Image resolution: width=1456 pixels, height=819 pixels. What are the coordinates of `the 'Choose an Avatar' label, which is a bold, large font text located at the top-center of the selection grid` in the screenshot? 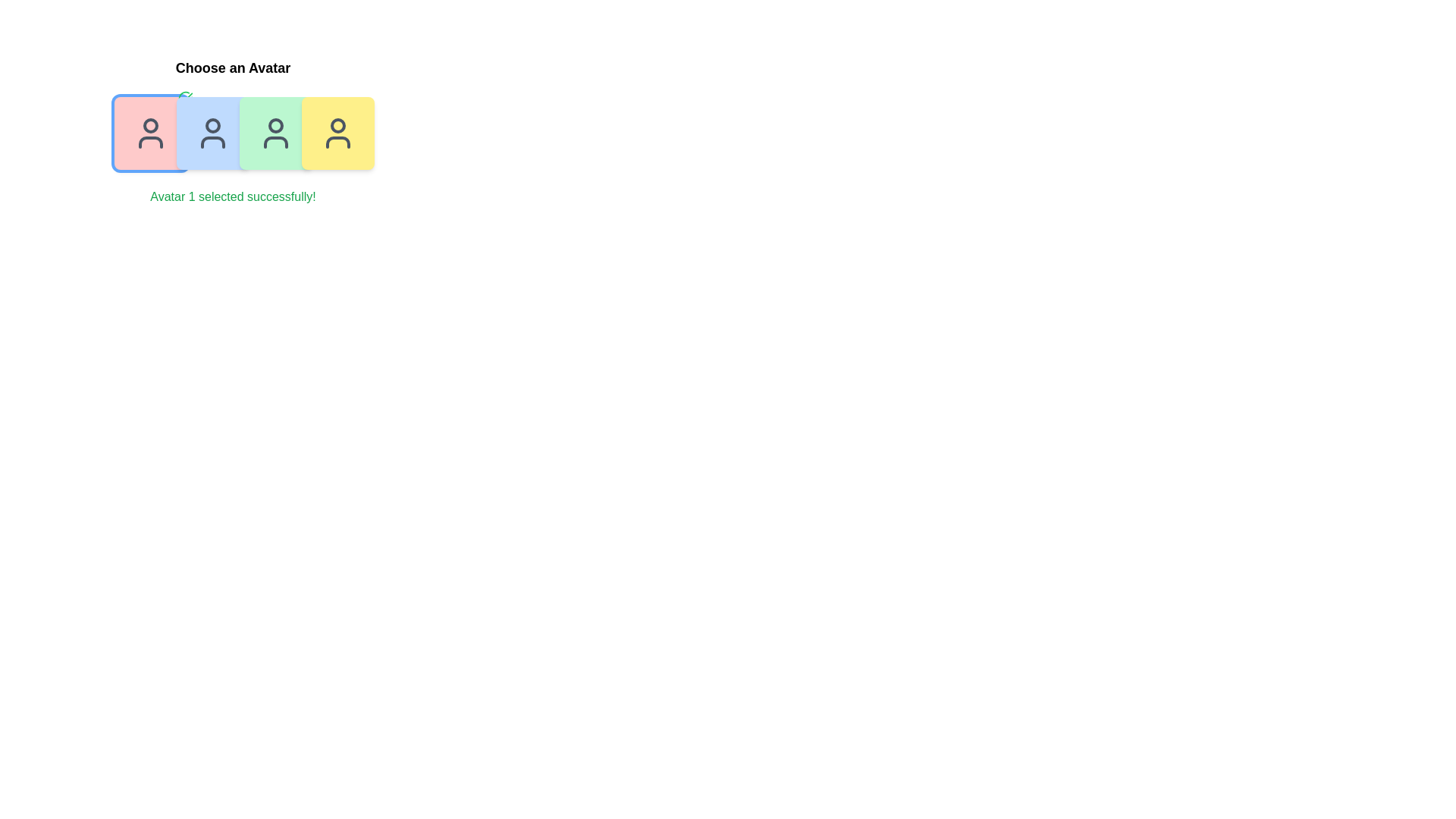 It's located at (232, 67).